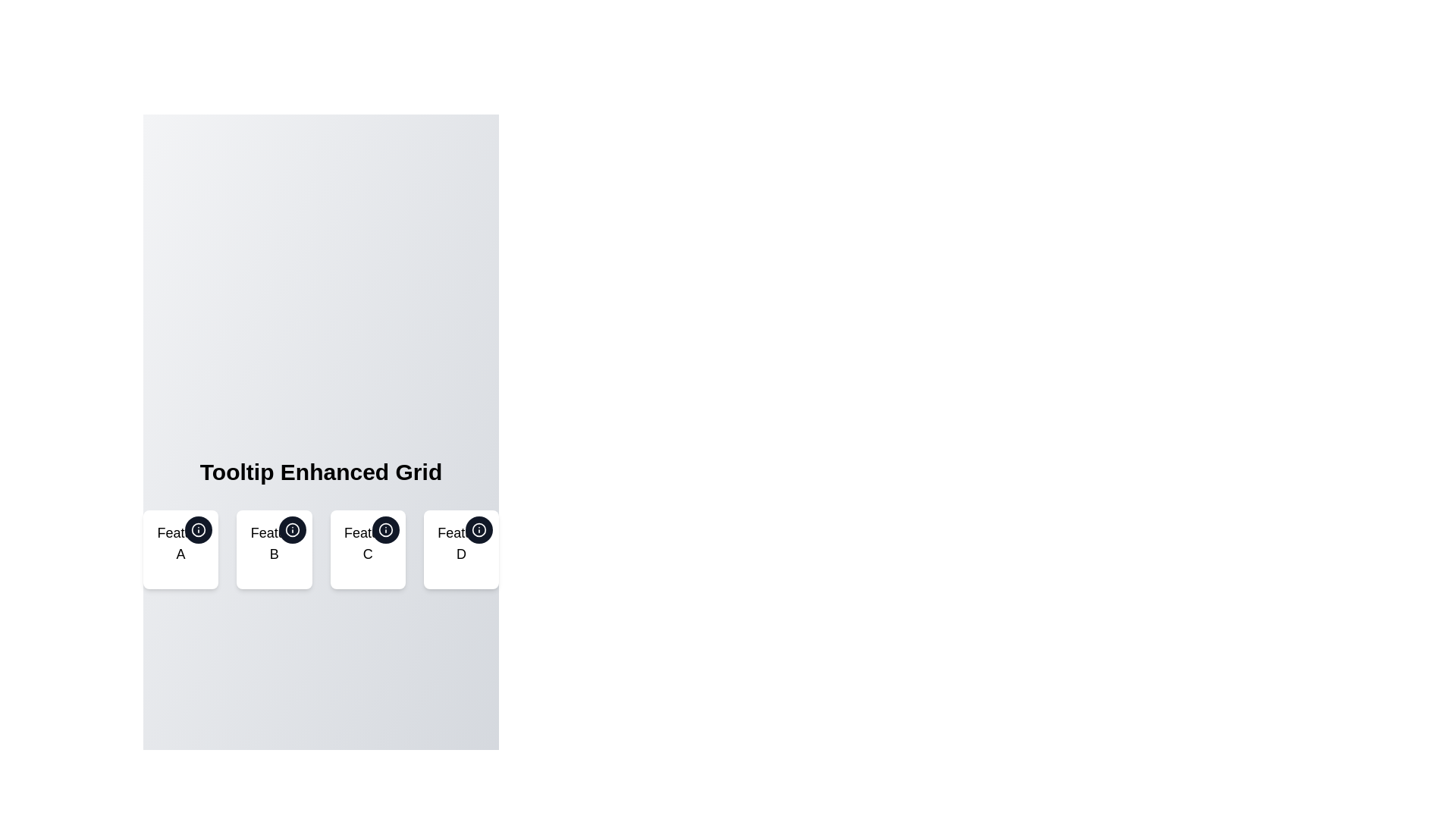 This screenshot has width=1456, height=819. Describe the element at coordinates (198, 529) in the screenshot. I see `the circular status indicator icon associated with 'Feat A' located at the bottom of the grid` at that location.